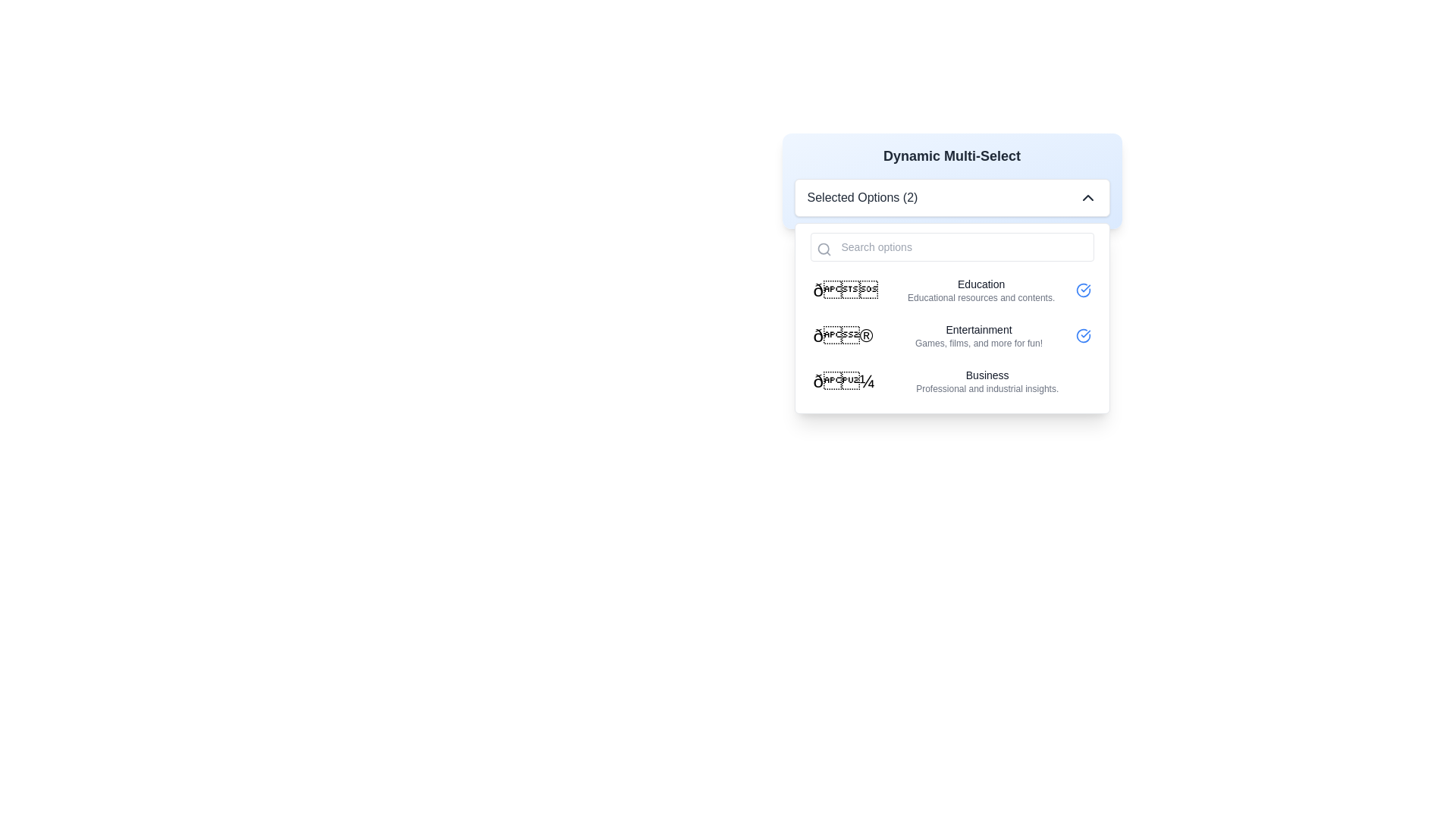  Describe the element at coordinates (822, 248) in the screenshot. I see `the SVG Circle that is part of the magnifying glass icon, located at the top-left corner of the dropdown panel adjacent to the search text input` at that location.